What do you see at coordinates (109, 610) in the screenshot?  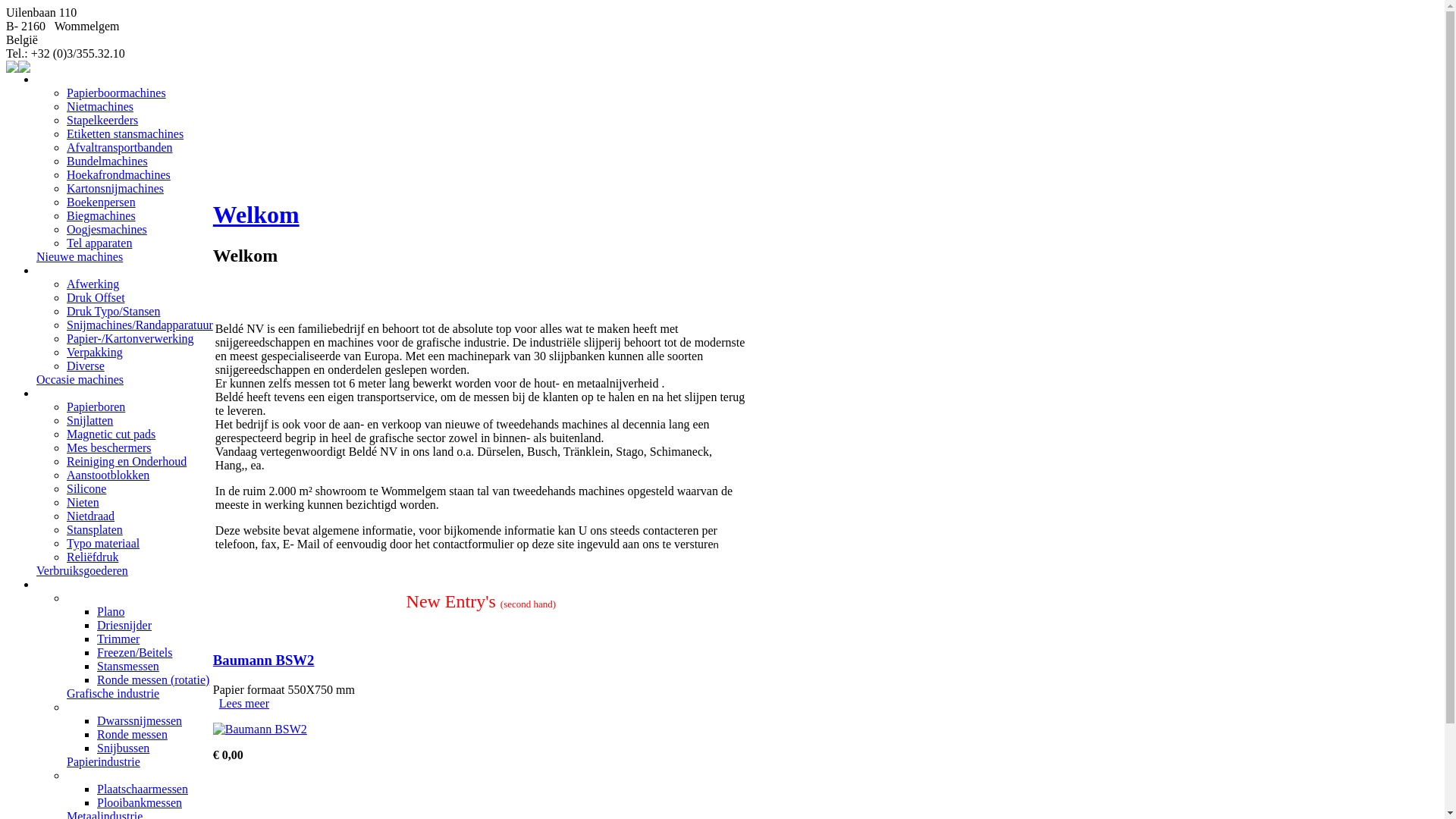 I see `'Plano'` at bounding box center [109, 610].